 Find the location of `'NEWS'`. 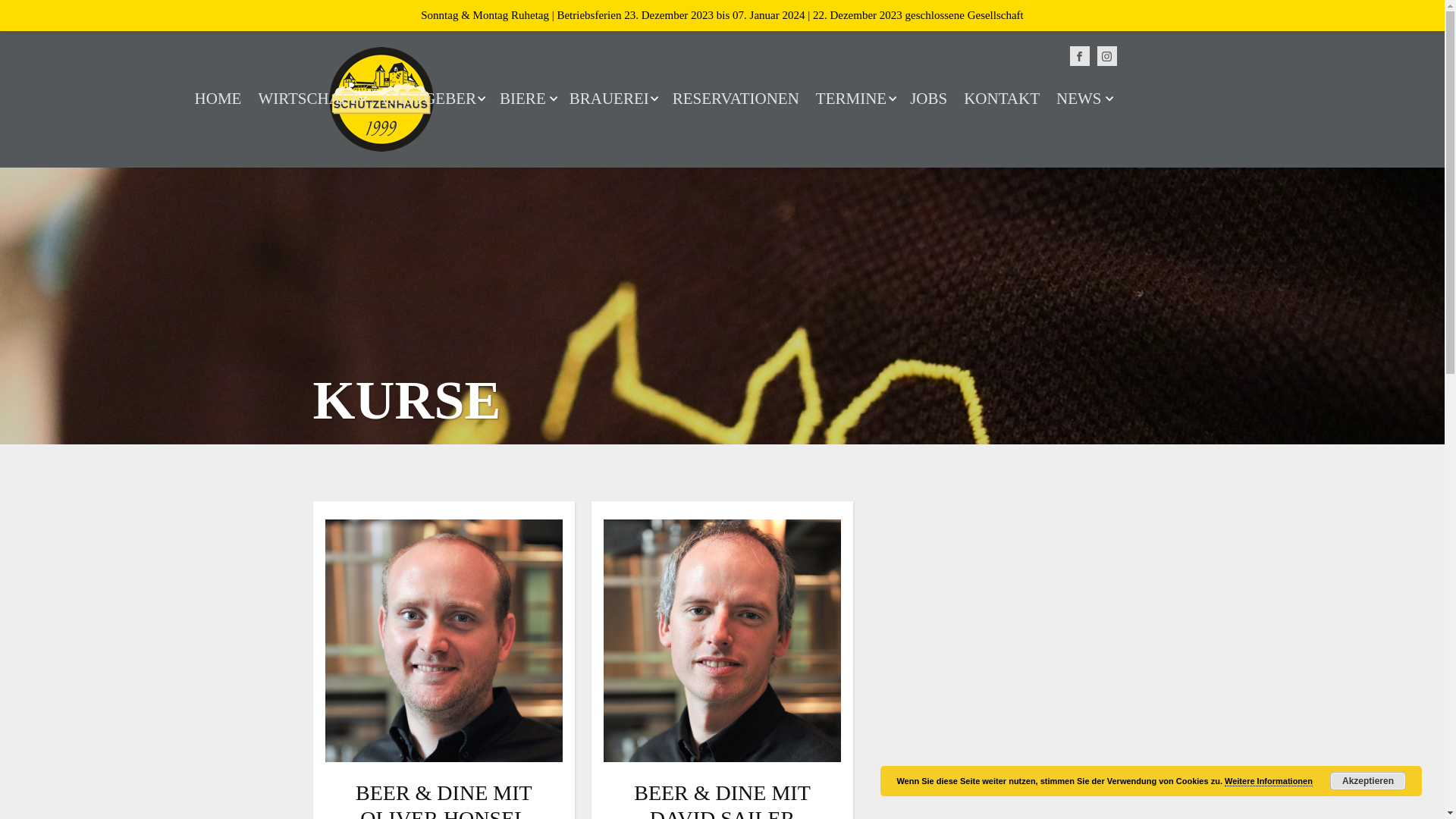

'NEWS' is located at coordinates (1047, 99).